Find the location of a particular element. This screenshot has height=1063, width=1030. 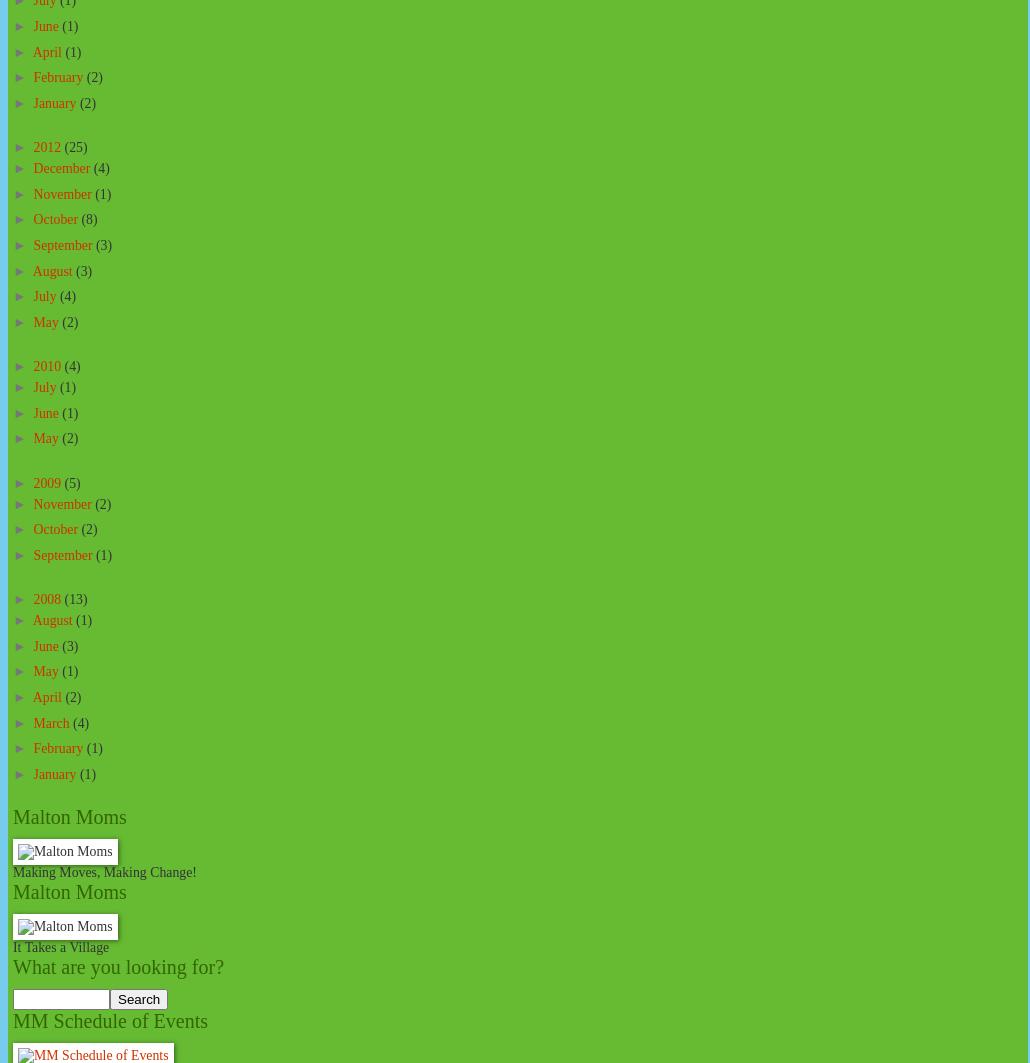

'Making Moves, Making Change!' is located at coordinates (103, 871).